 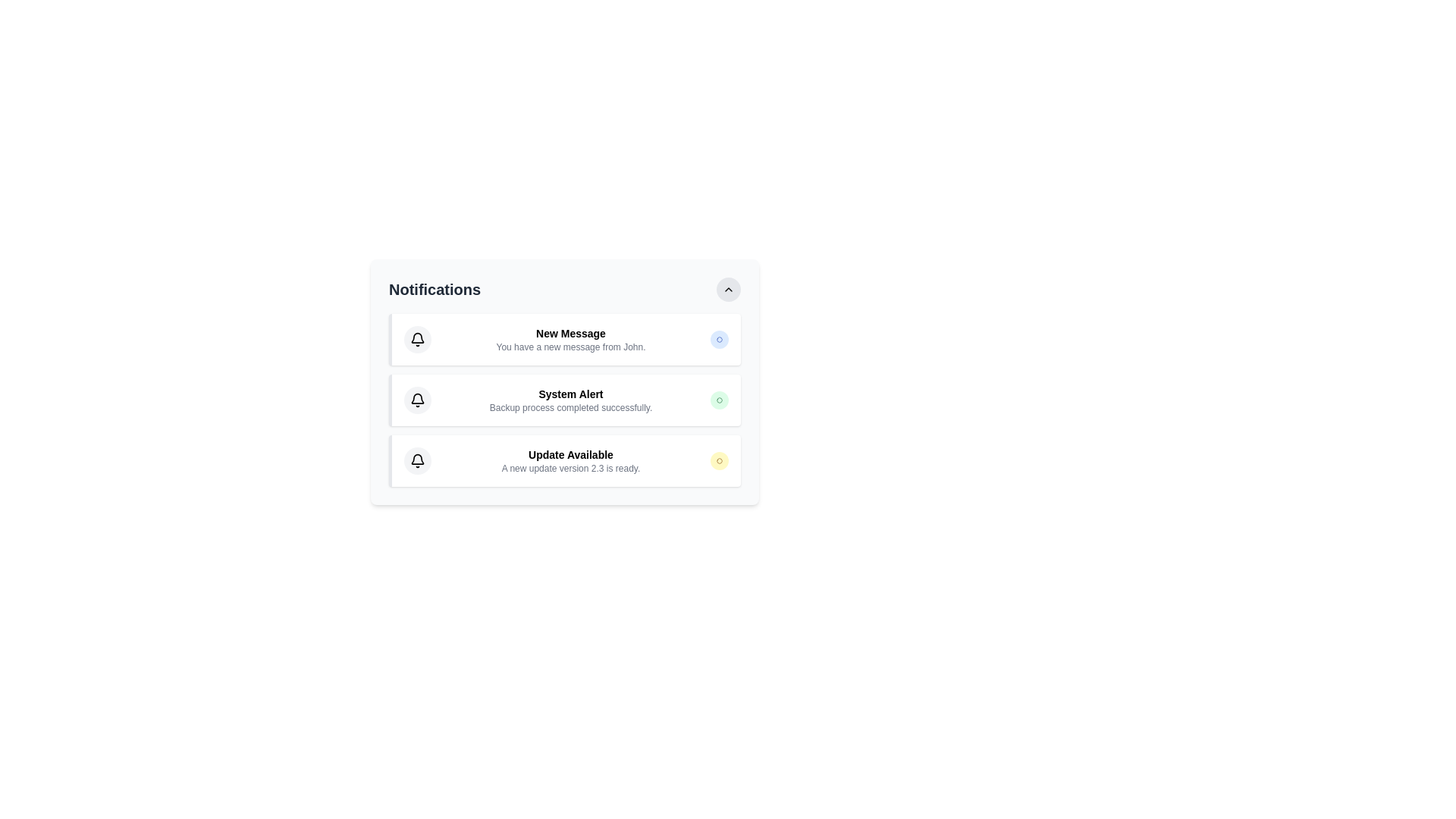 What do you see at coordinates (434, 289) in the screenshot?
I see `label of the heading text in the notifications panel, which indicates the section's purpose` at bounding box center [434, 289].